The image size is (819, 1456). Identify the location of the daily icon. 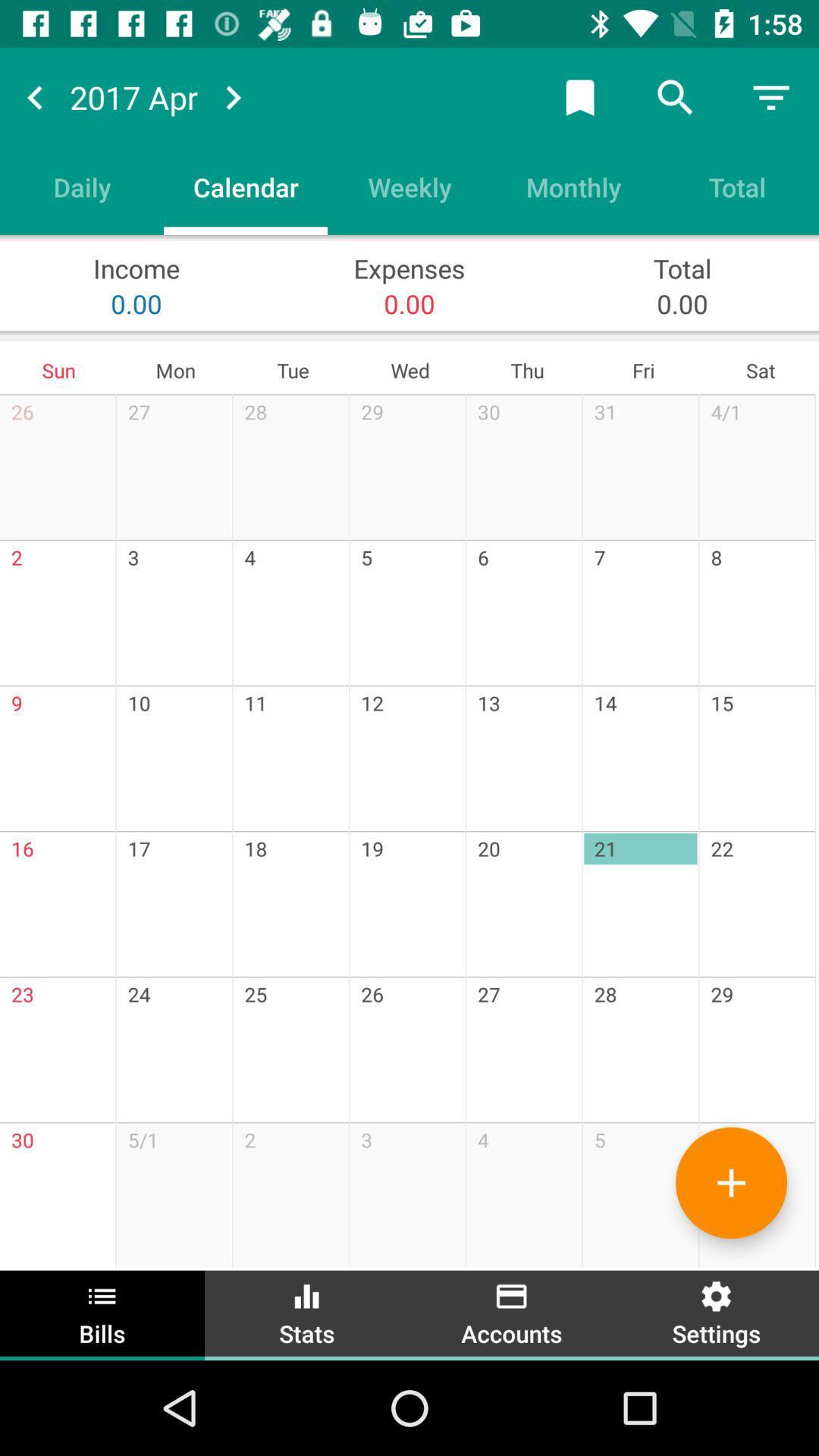
(82, 186).